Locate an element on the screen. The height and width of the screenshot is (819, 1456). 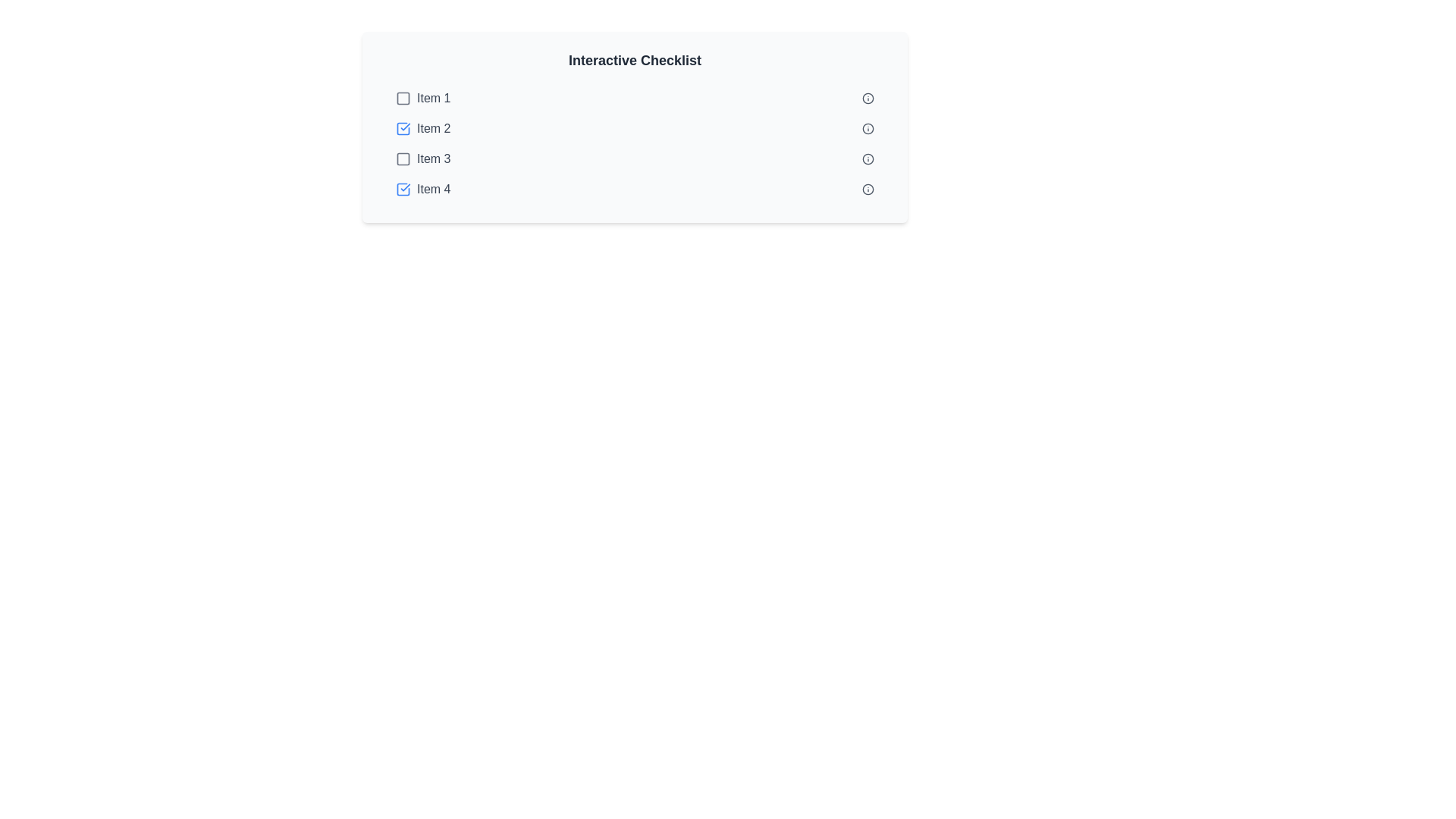
the information icon for task 2 is located at coordinates (868, 127).